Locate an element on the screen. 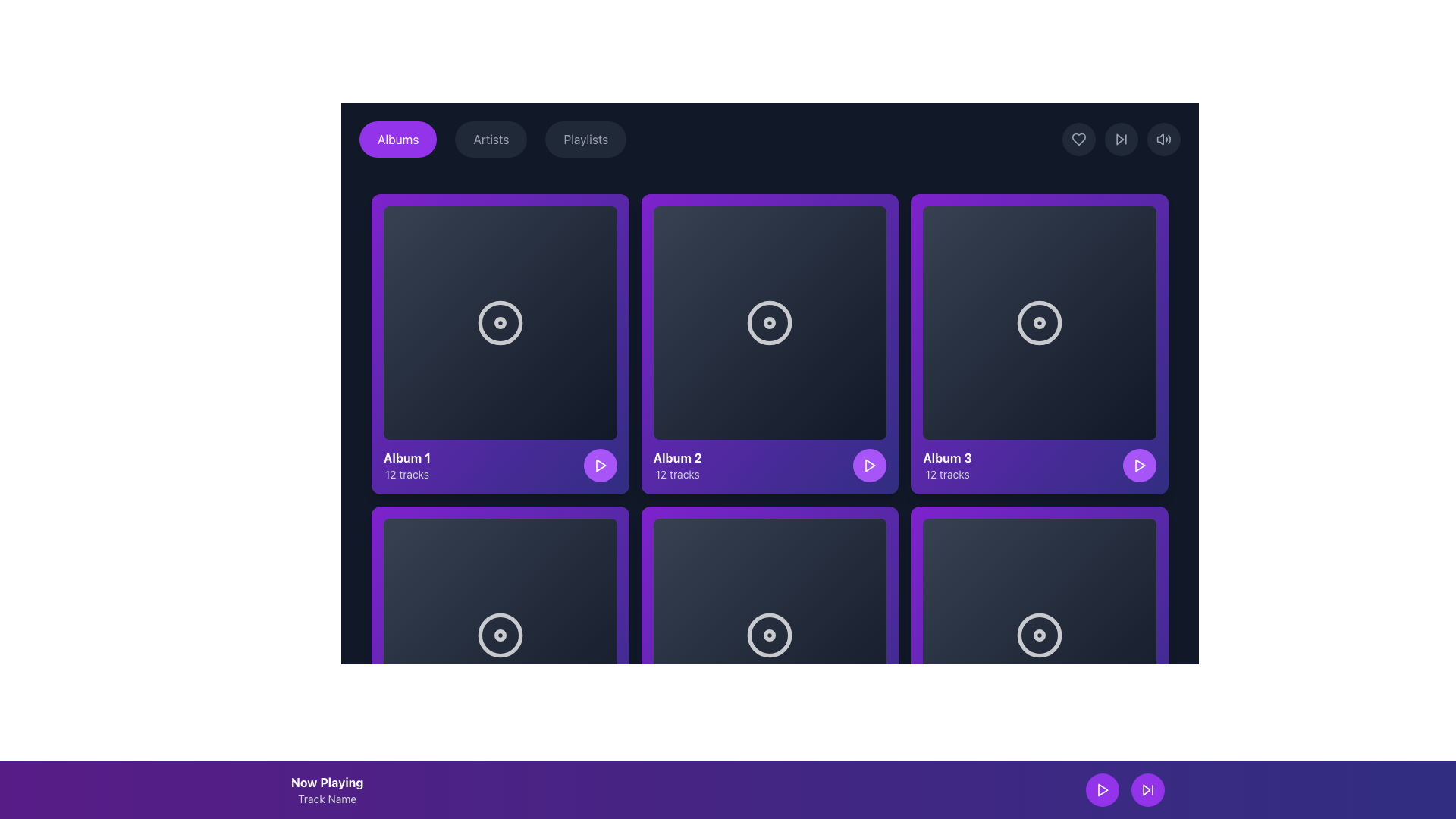 The width and height of the screenshot is (1456, 819). the circular icon with a minimalist design located in the second tile of the first row, which is part of the 'Album 2' grid layout is located at coordinates (770, 322).